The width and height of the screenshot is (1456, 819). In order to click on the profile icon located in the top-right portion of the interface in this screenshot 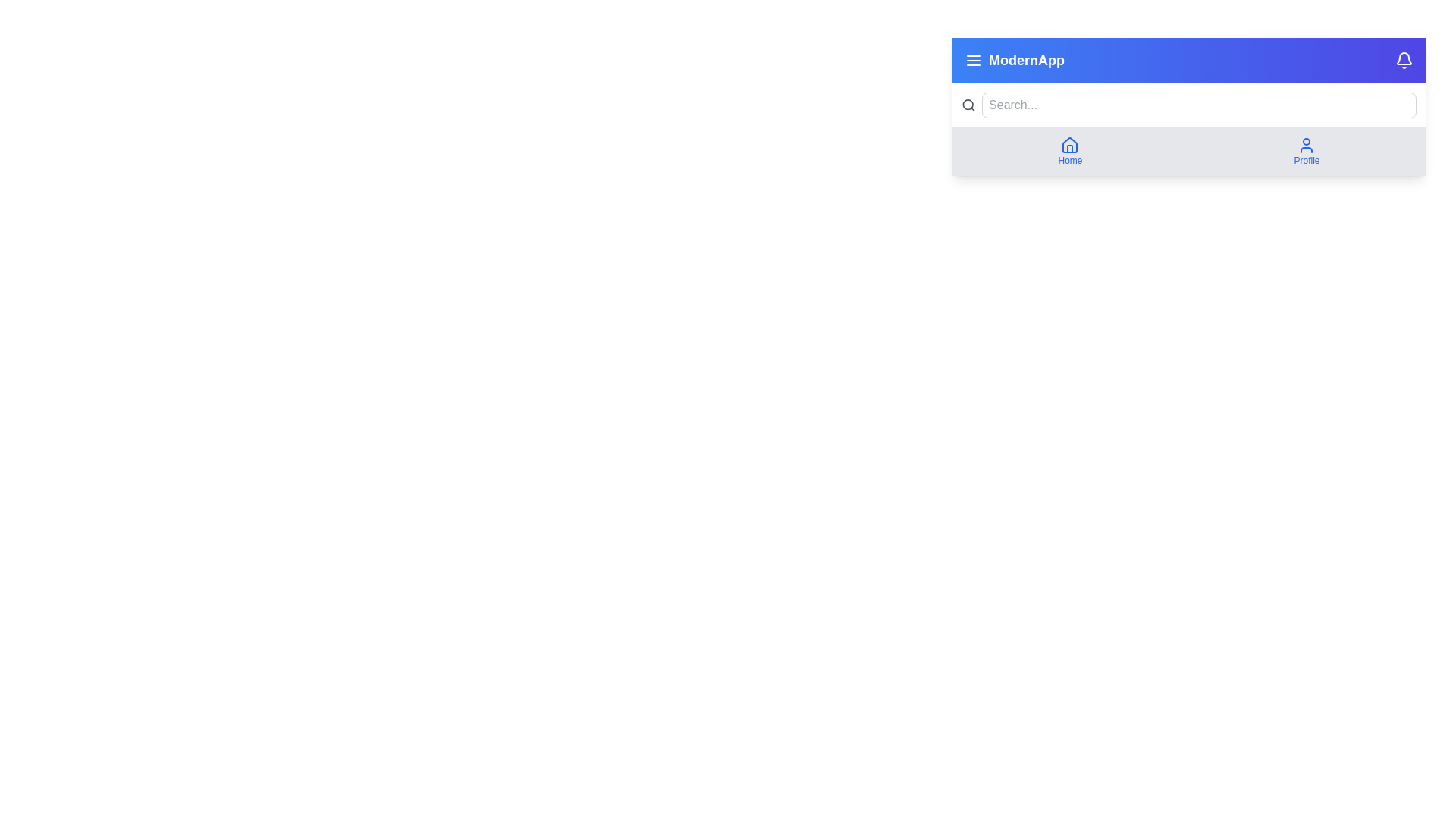, I will do `click(1306, 146)`.